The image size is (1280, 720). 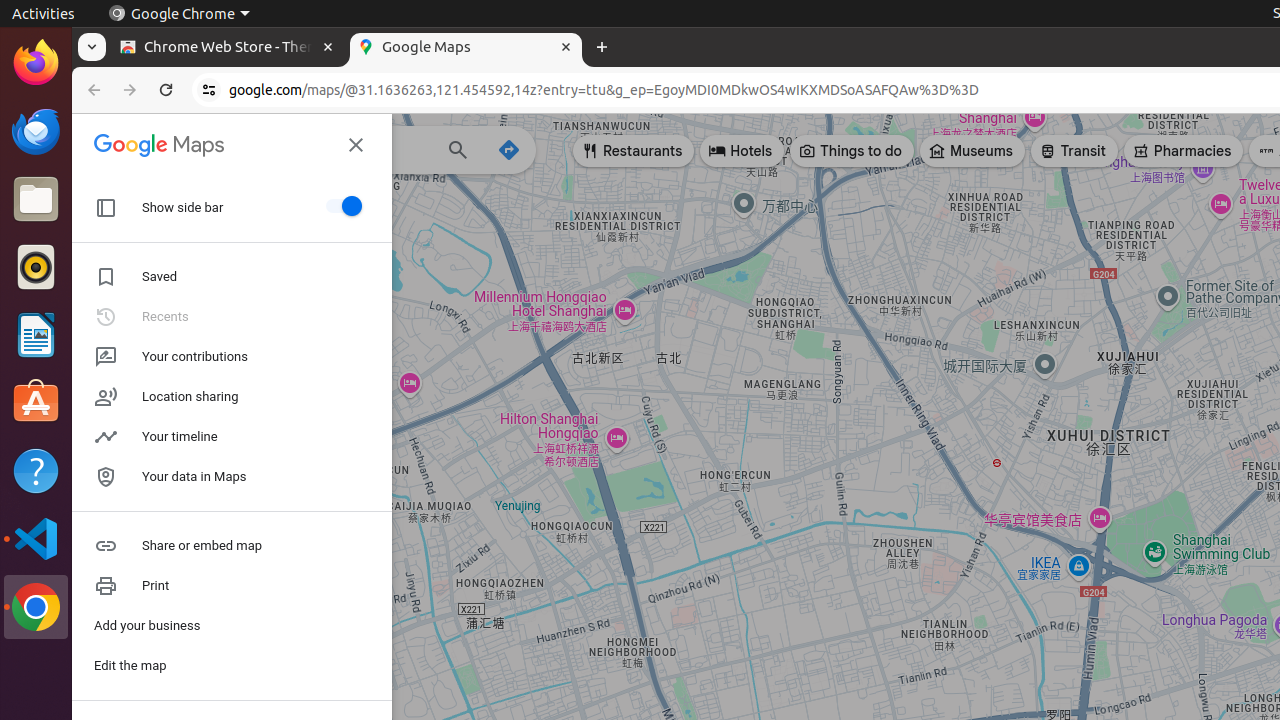 What do you see at coordinates (231, 355) in the screenshot?
I see `'Your contributions'` at bounding box center [231, 355].